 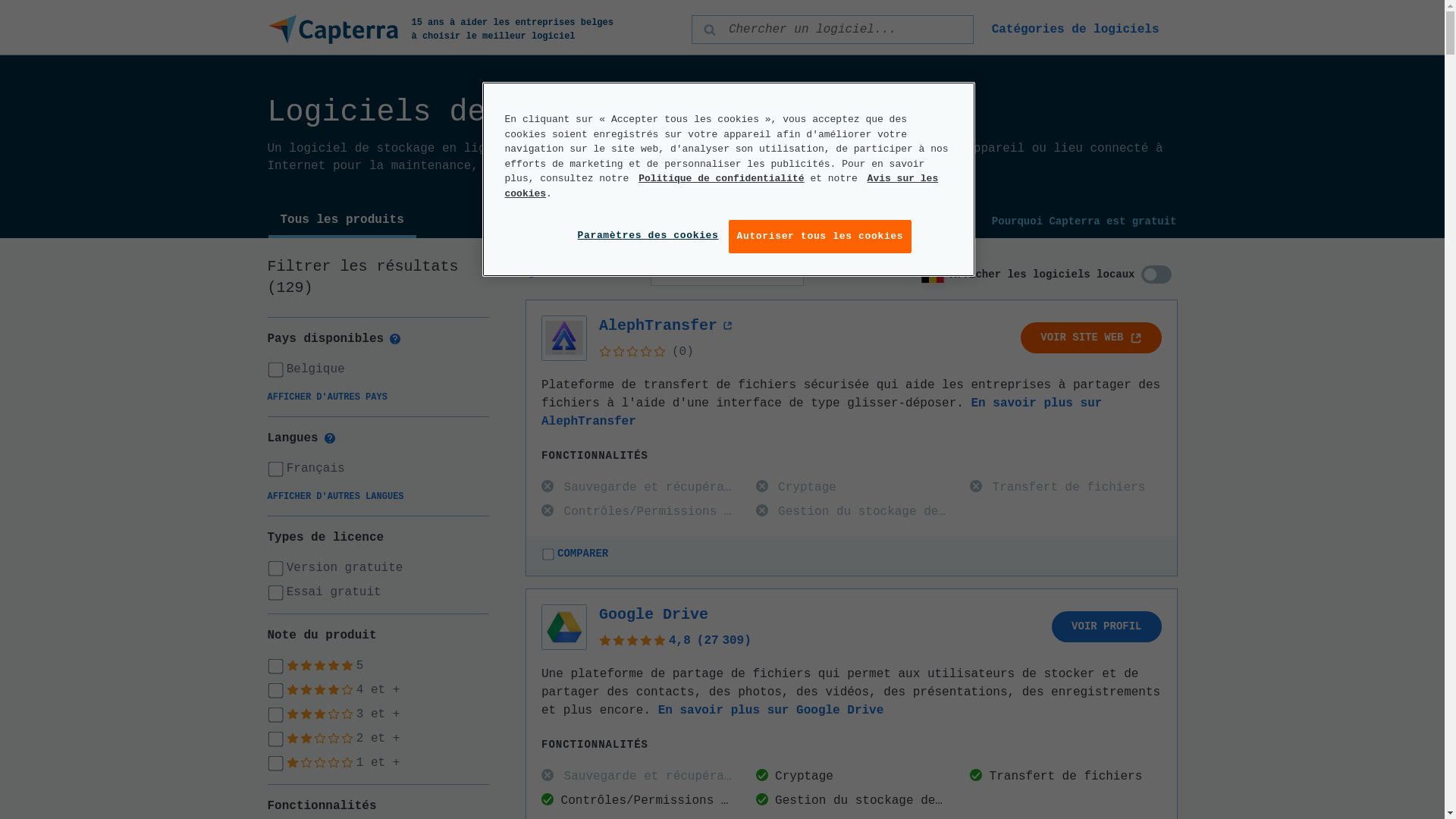 I want to click on 'Google Drive', so click(x=654, y=614).